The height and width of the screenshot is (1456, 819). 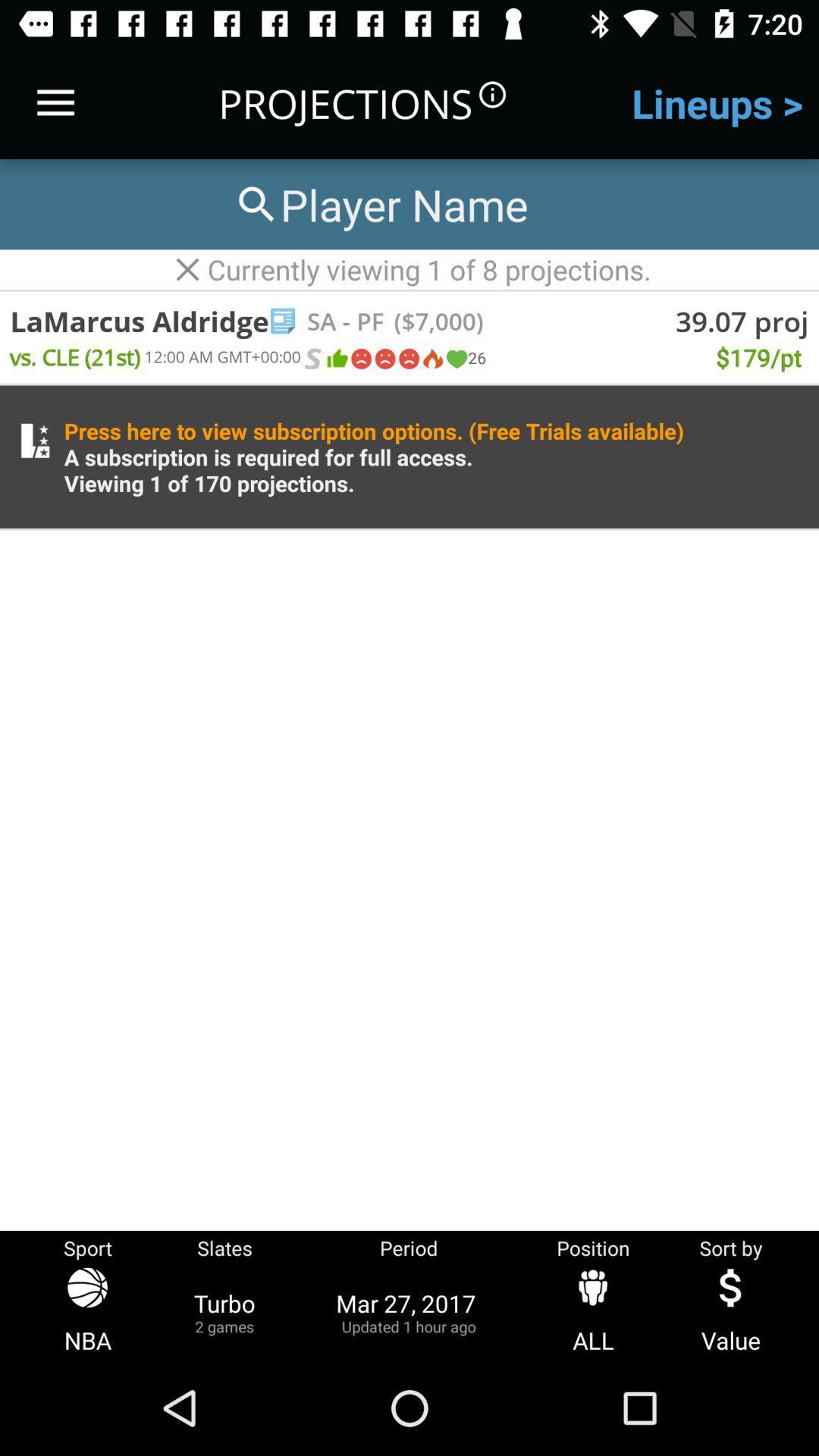 What do you see at coordinates (379, 203) in the screenshot?
I see `search for player name` at bounding box center [379, 203].